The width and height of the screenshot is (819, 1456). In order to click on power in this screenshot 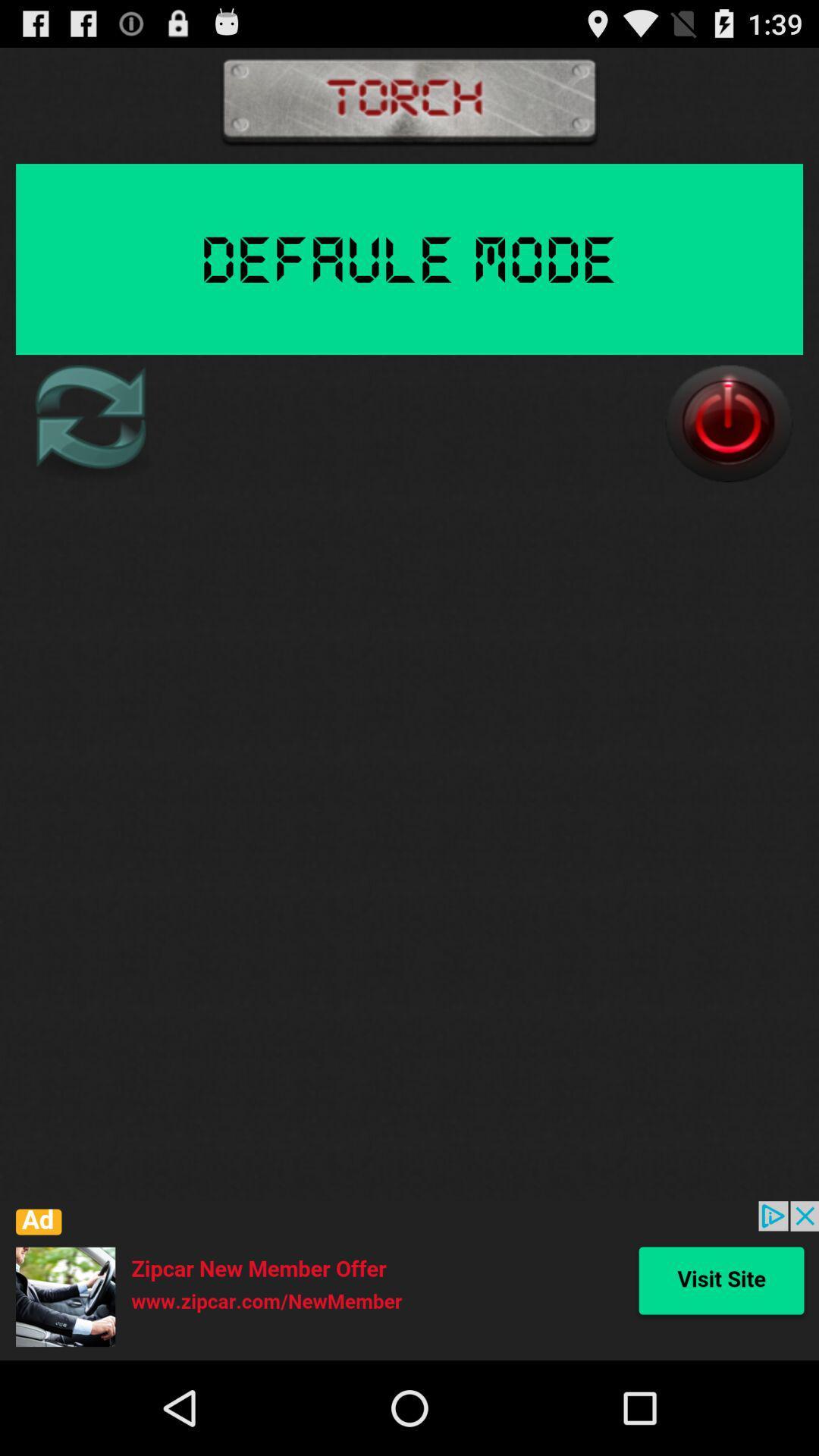, I will do `click(728, 423)`.